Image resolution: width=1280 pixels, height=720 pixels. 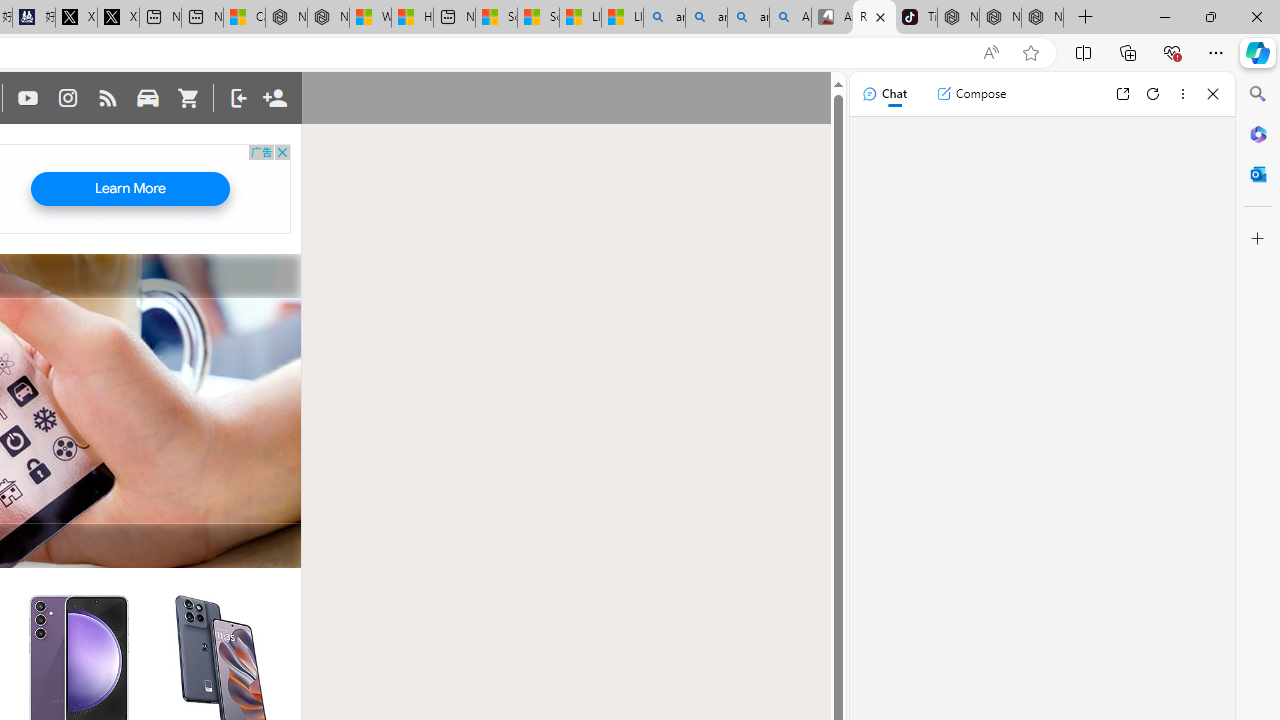 I want to click on 'Wildlife - MSN', so click(x=369, y=17).